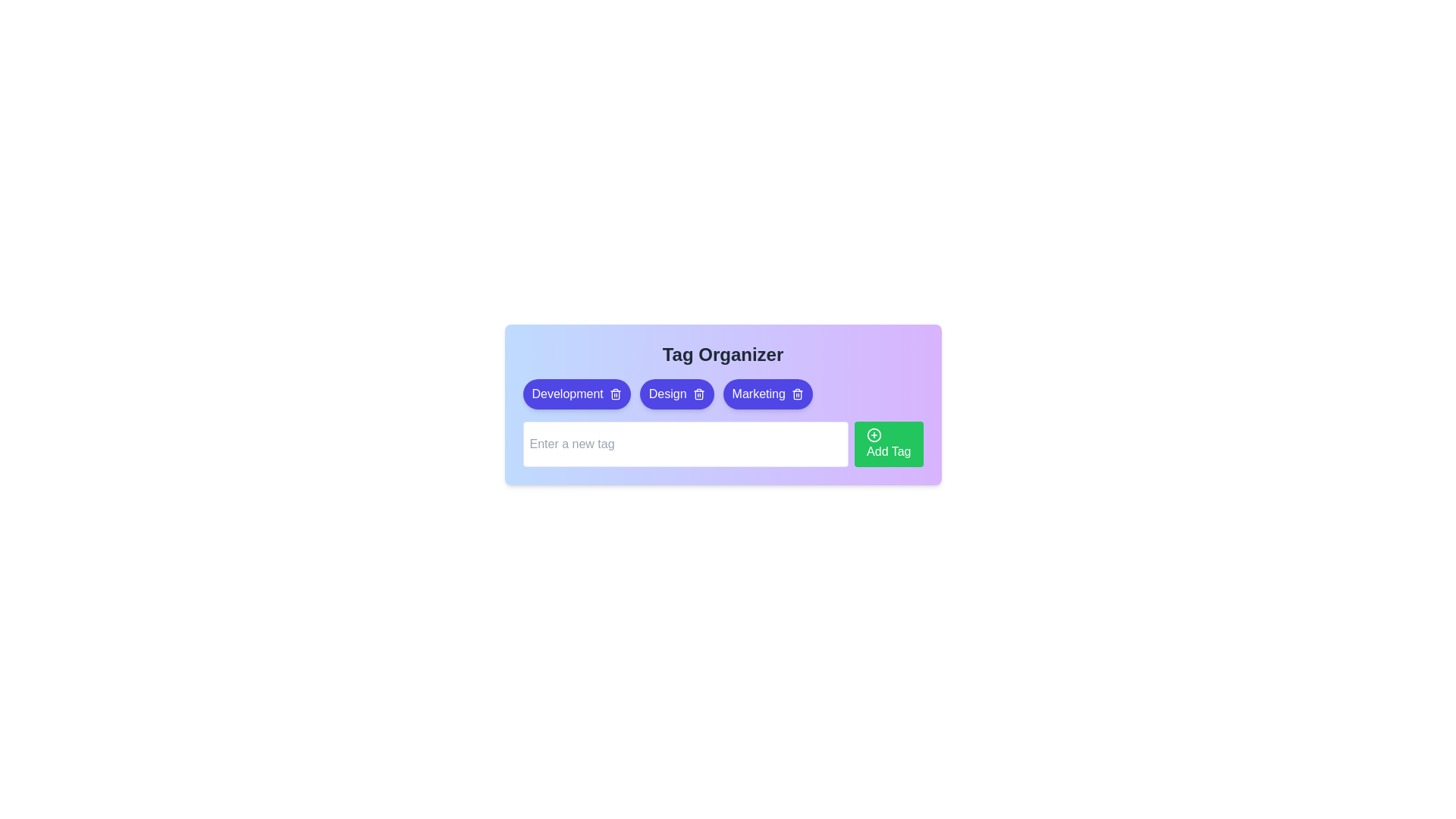 The width and height of the screenshot is (1456, 819). Describe the element at coordinates (889, 444) in the screenshot. I see `the green rectangular button with rounded corners labeled 'Add Tag'` at that location.